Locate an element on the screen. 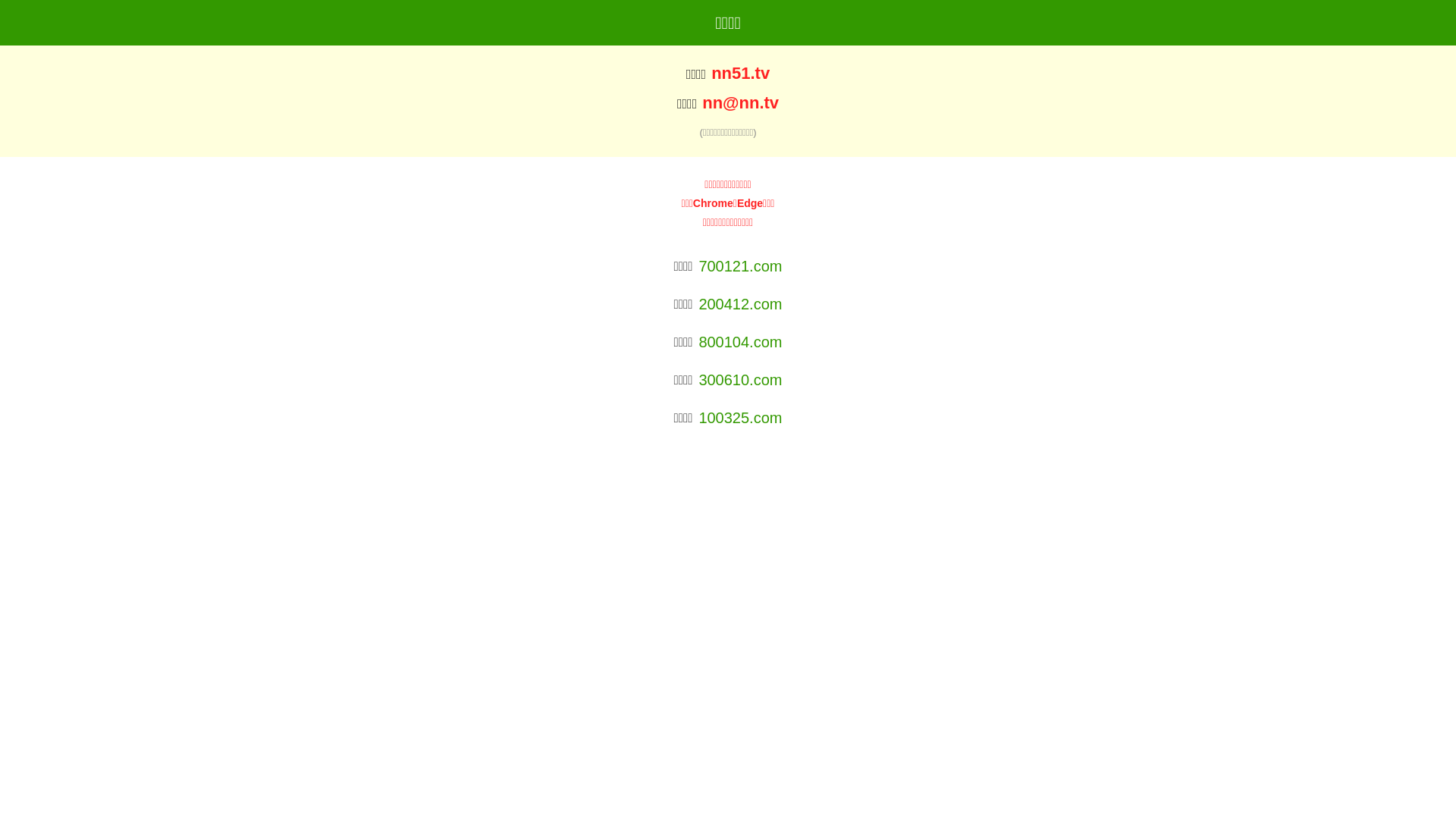 The image size is (1456, 819). '700121.com' is located at coordinates (739, 265).